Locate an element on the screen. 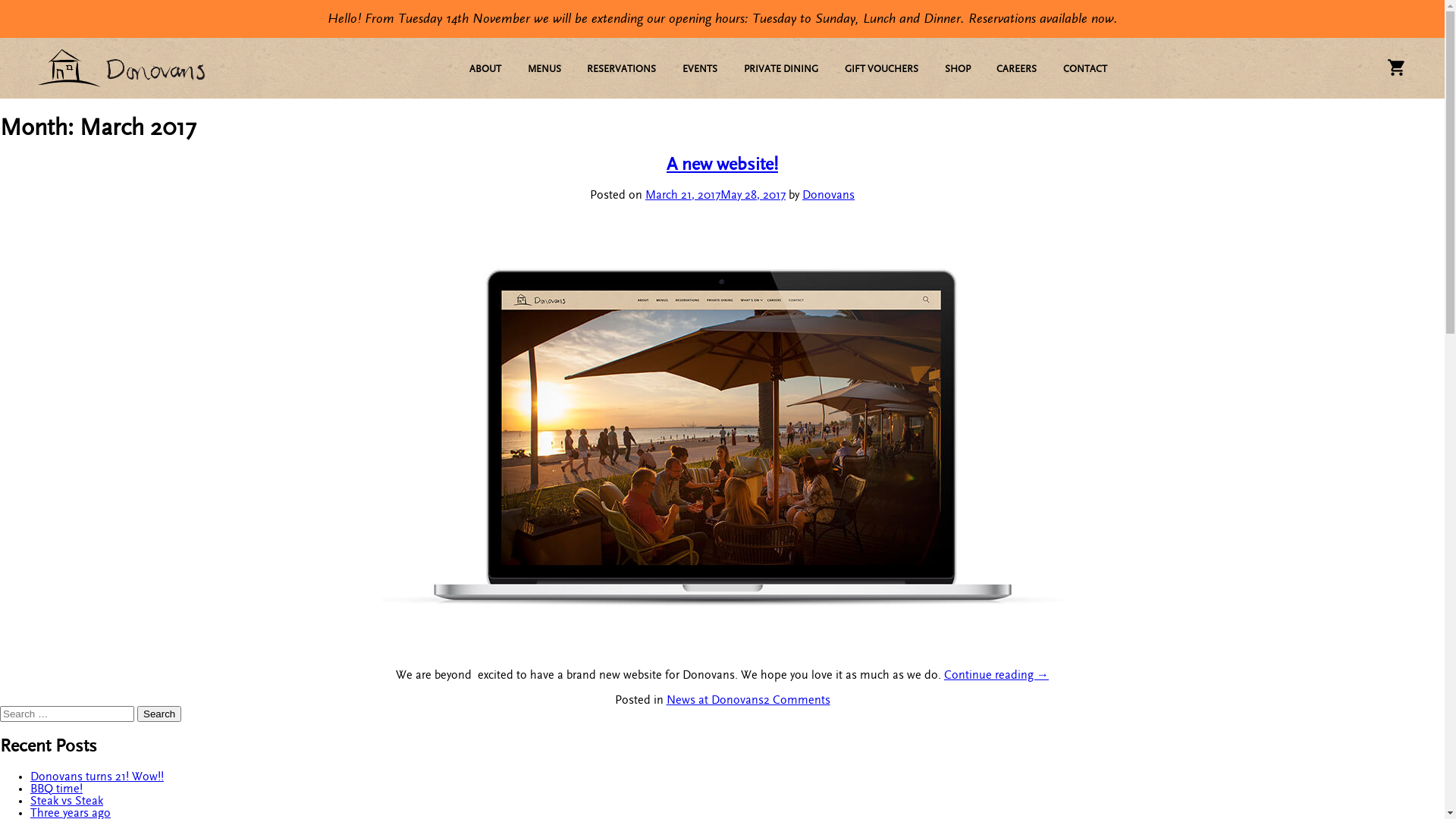 The height and width of the screenshot is (819, 1456). 'CAREERS' is located at coordinates (996, 69).